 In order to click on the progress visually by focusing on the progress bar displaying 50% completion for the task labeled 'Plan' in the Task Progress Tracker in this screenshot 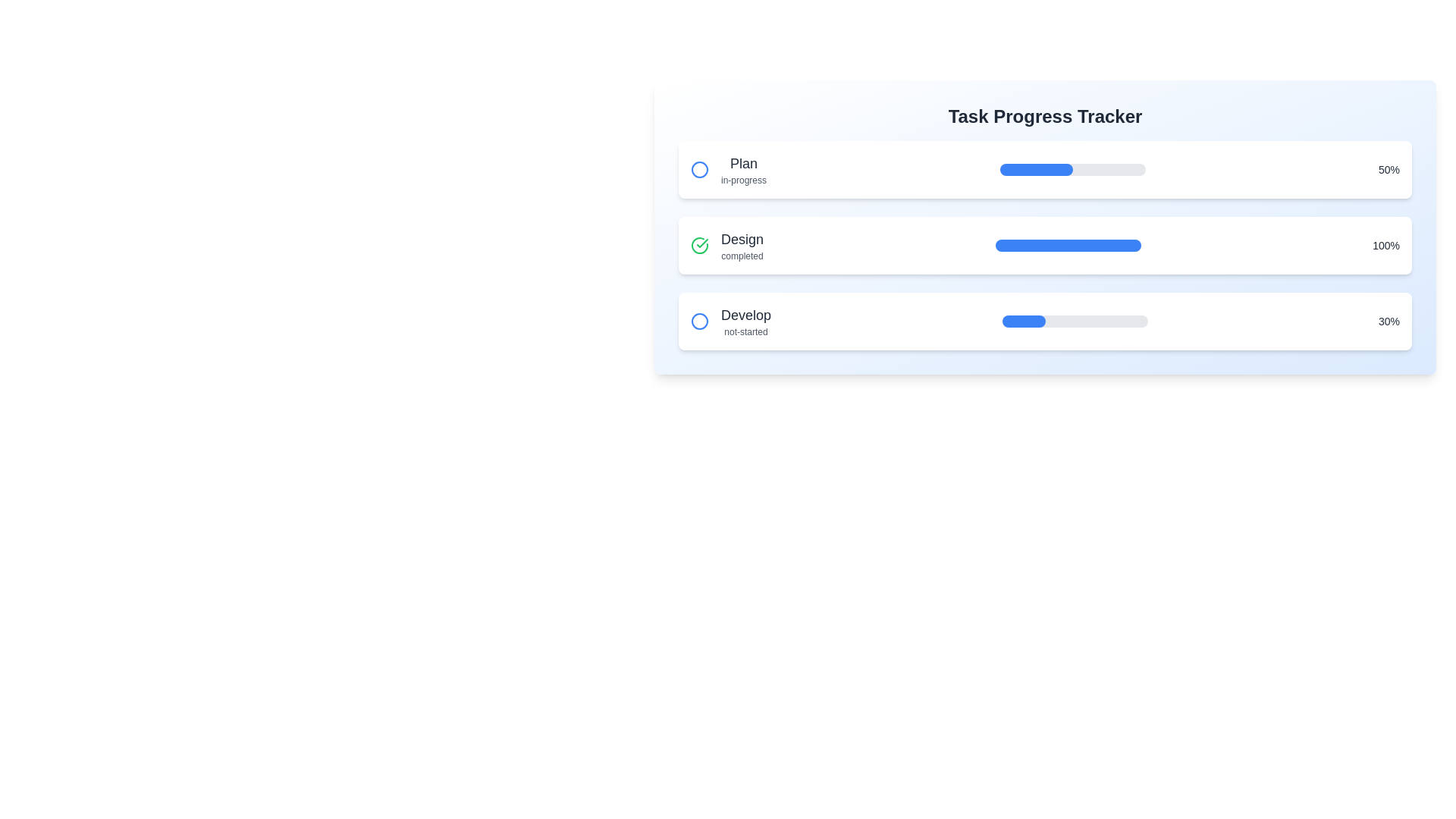, I will do `click(1072, 169)`.